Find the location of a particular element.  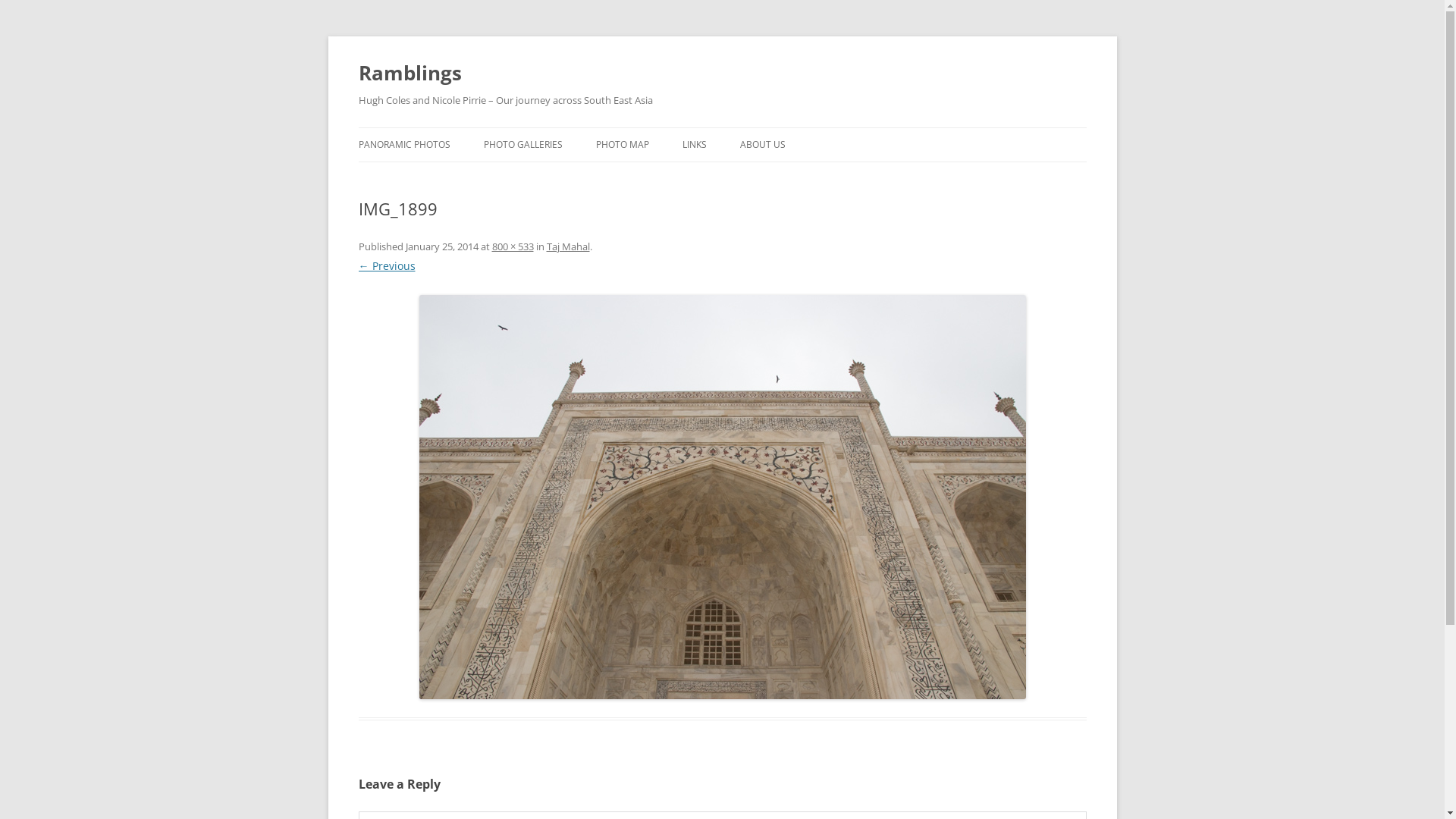

'INDIA' is located at coordinates (559, 176).